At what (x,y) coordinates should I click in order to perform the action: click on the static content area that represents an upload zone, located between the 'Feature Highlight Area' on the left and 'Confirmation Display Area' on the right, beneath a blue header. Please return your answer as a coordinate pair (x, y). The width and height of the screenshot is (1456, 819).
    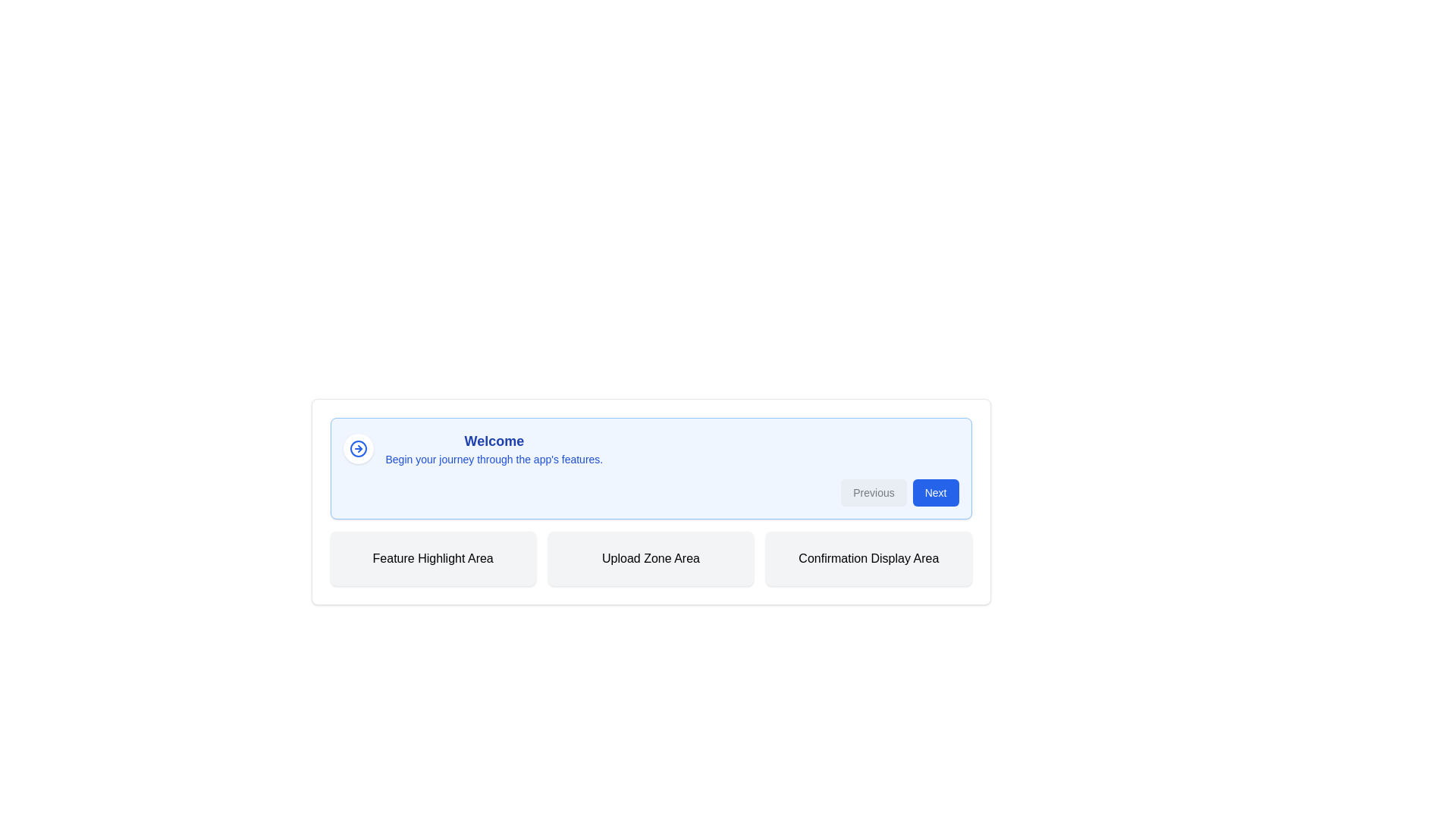
    Looking at the image, I should click on (651, 558).